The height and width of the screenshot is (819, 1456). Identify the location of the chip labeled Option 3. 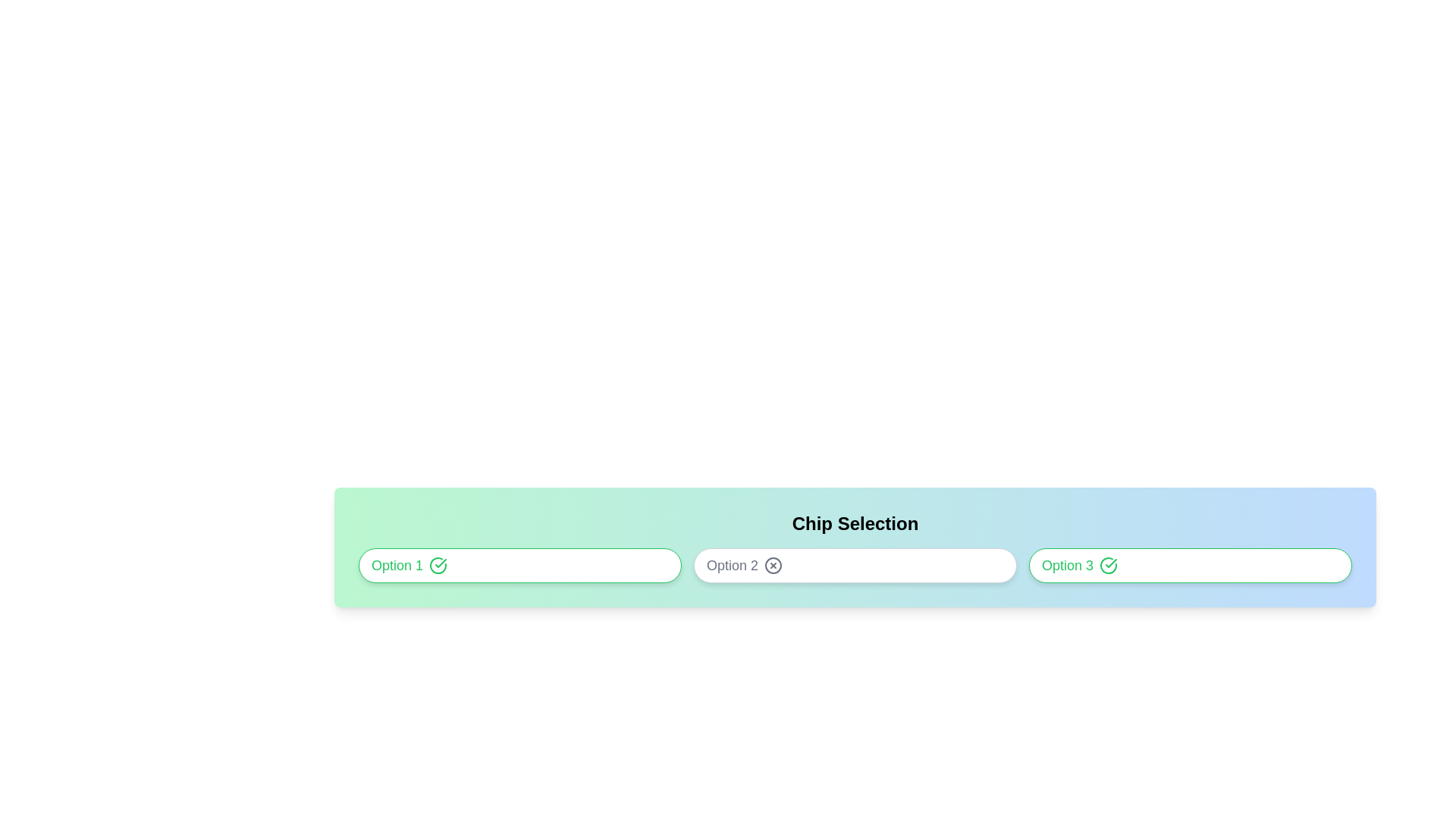
(1189, 565).